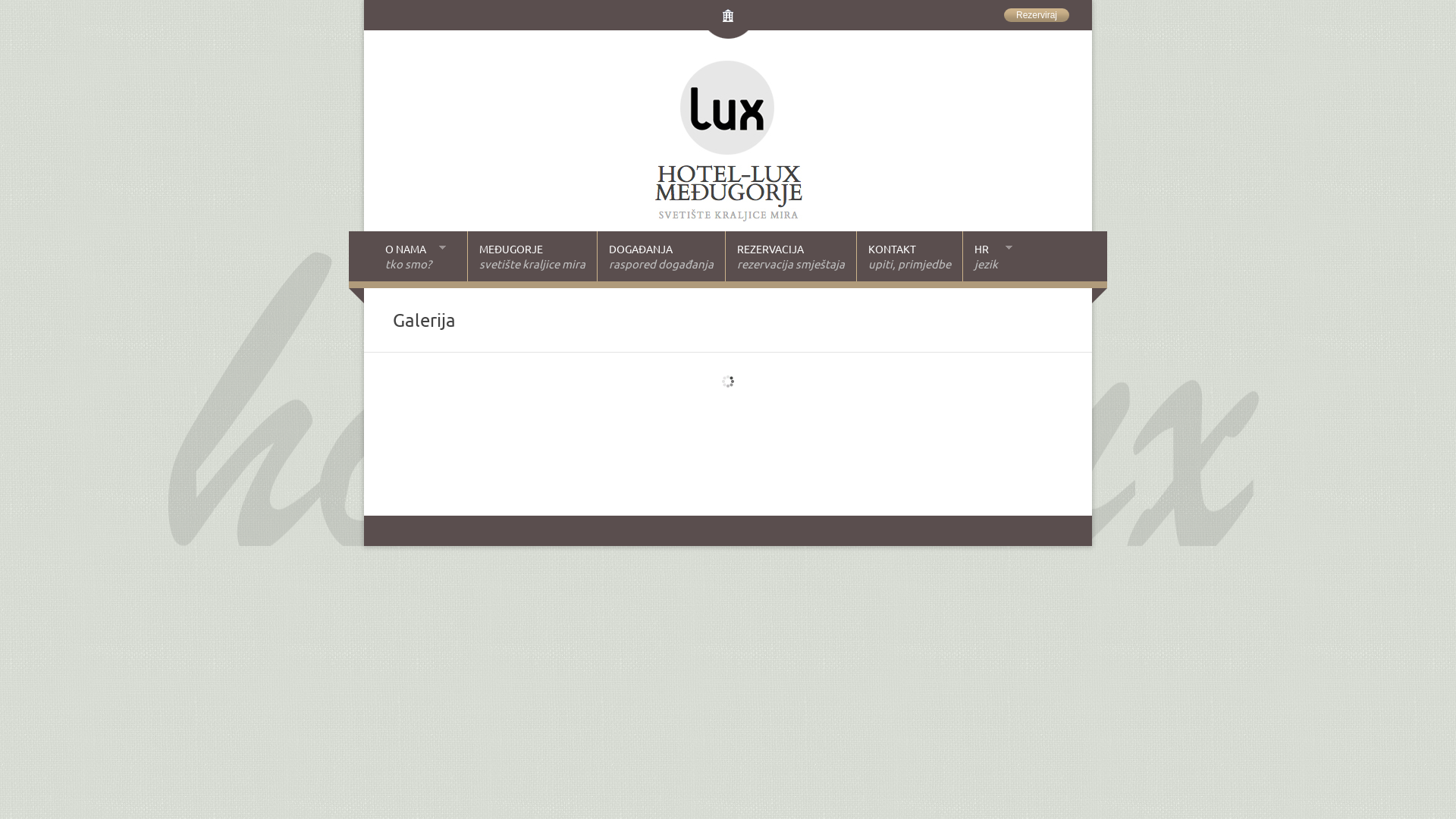  What do you see at coordinates (758, 408) in the screenshot?
I see `'DSC-94'` at bounding box center [758, 408].